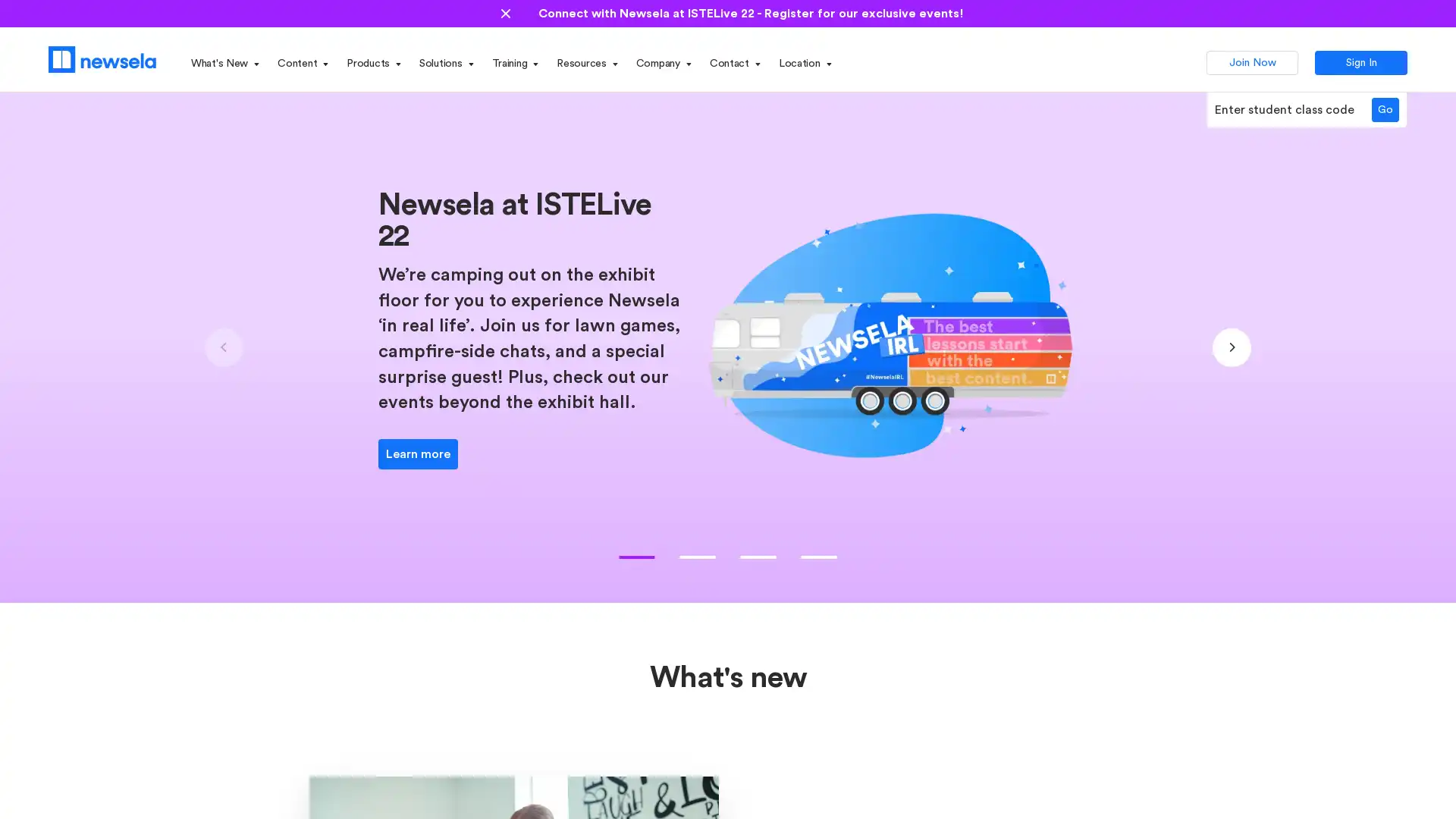  What do you see at coordinates (537, 62) in the screenshot?
I see `Open Training dropdown` at bounding box center [537, 62].